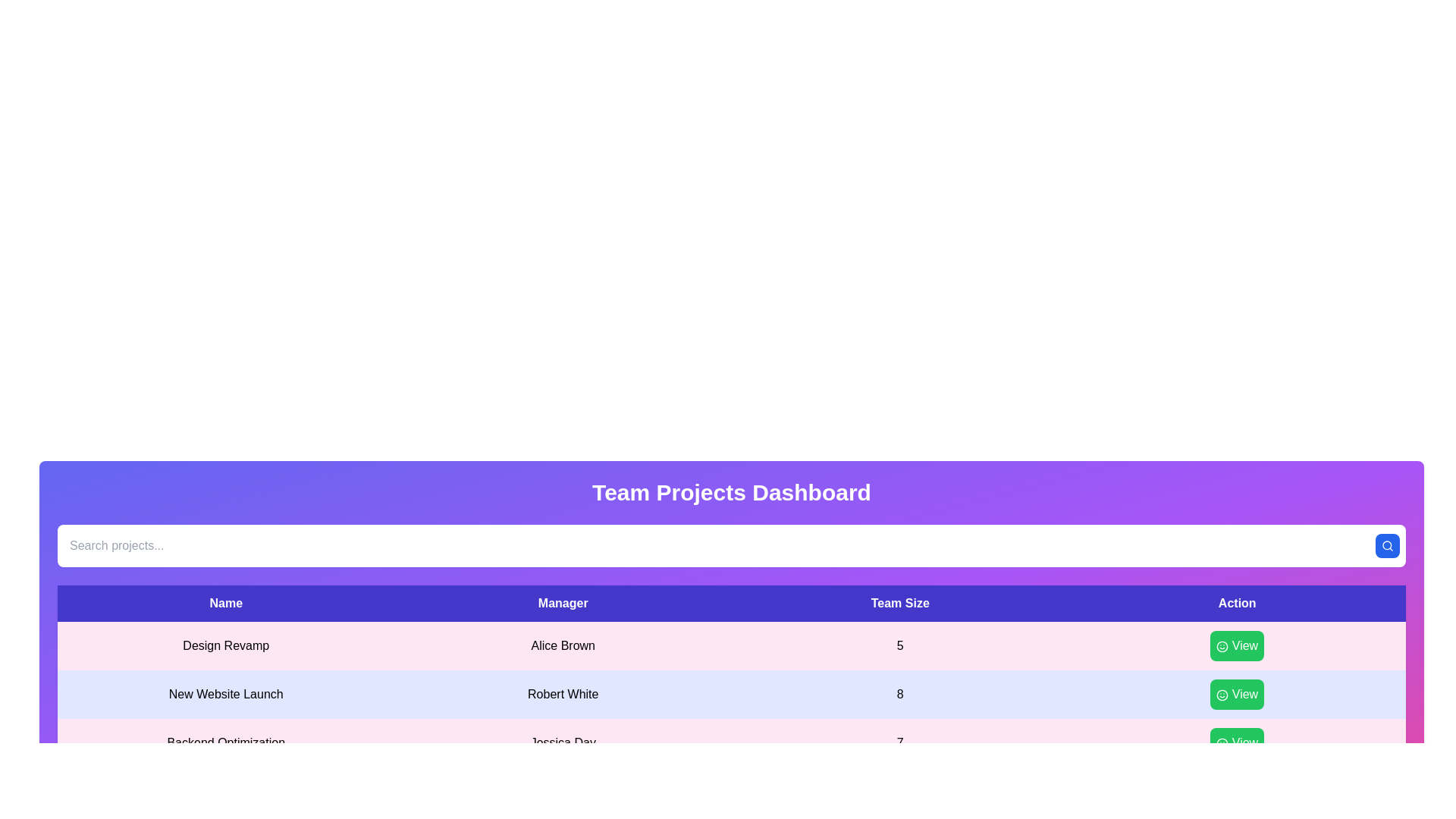 This screenshot has height=819, width=1456. I want to click on the text label with a strong purple background containing the centered white text 'Action' located in the top-right section of the data table header, so click(1237, 602).